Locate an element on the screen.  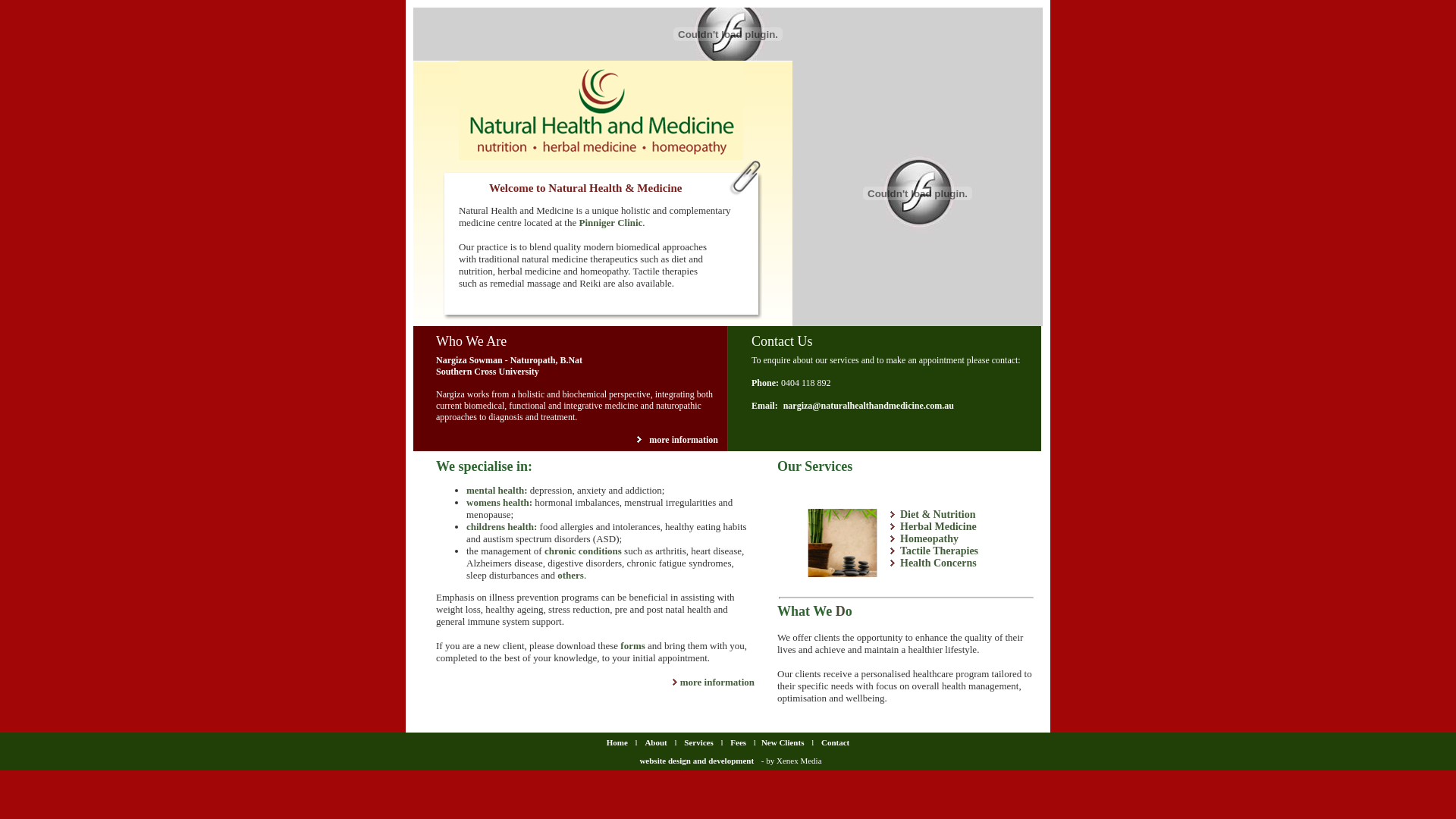
'nargiza@naturalhealthandmedicine.com.au' is located at coordinates (868, 405).